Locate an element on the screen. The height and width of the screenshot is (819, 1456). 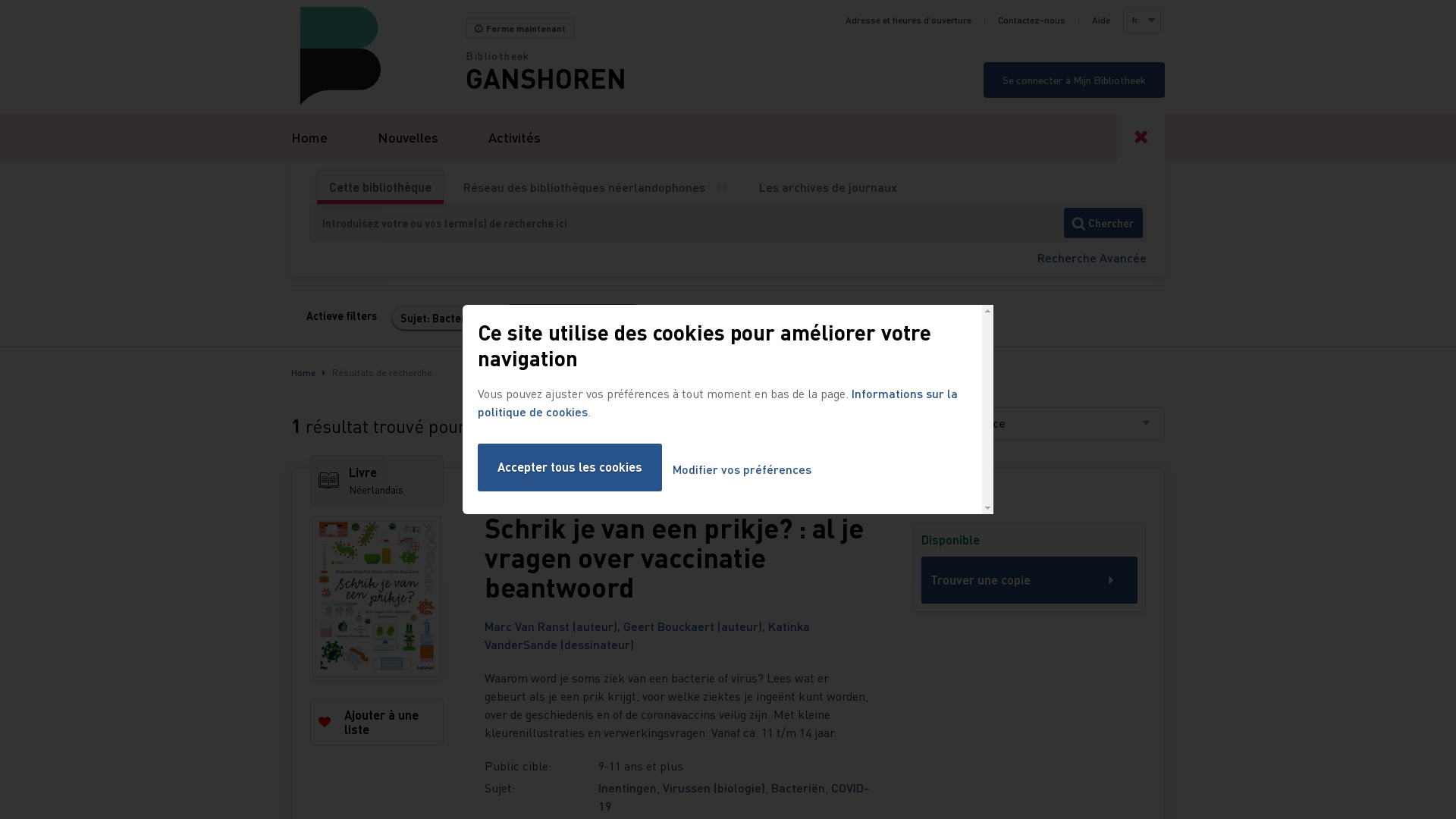
'Nouvelles' is located at coordinates (407, 136).